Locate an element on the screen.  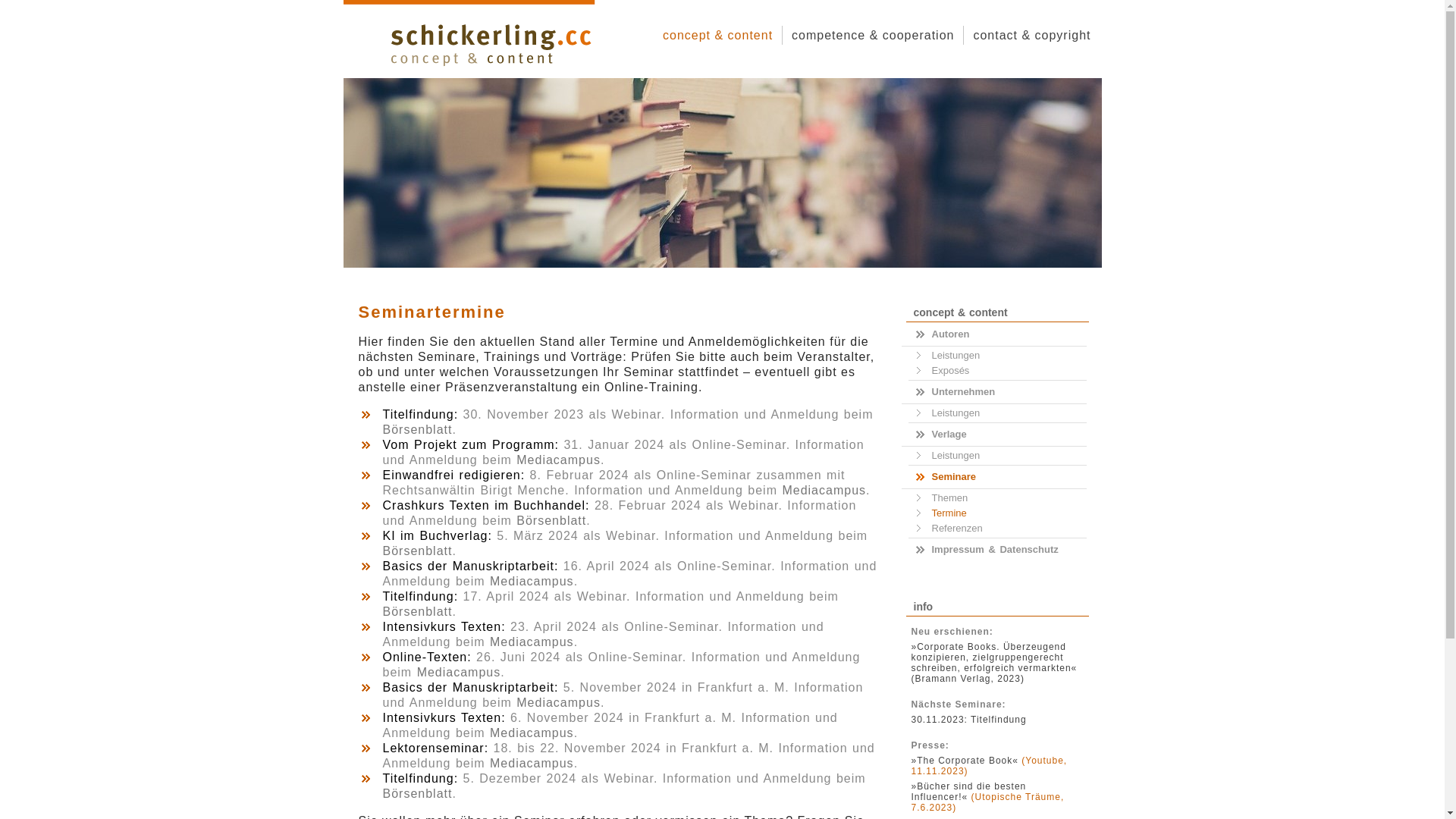
'Mediacampus' is located at coordinates (557, 702).